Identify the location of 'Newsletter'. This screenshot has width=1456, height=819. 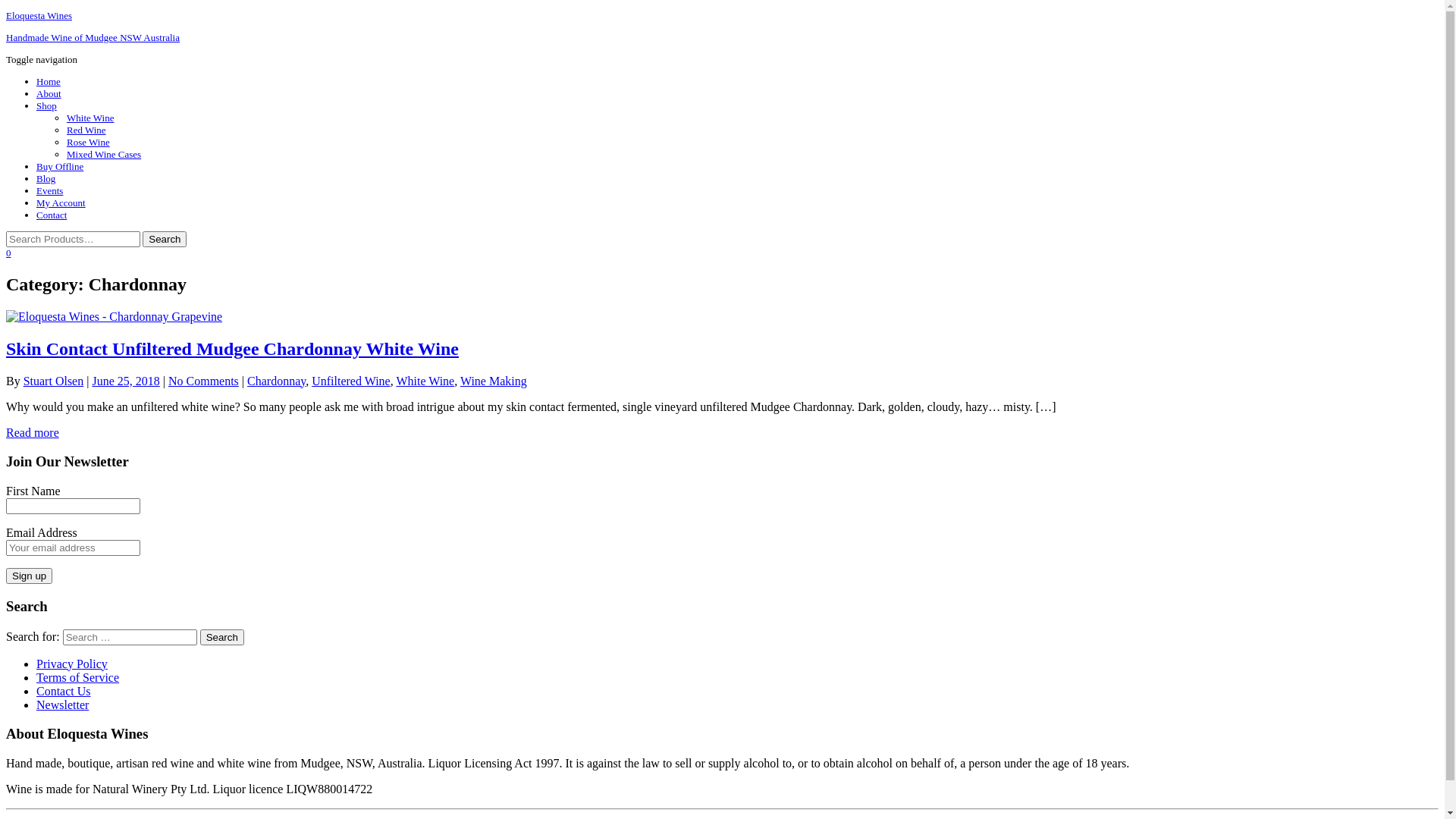
(36, 704).